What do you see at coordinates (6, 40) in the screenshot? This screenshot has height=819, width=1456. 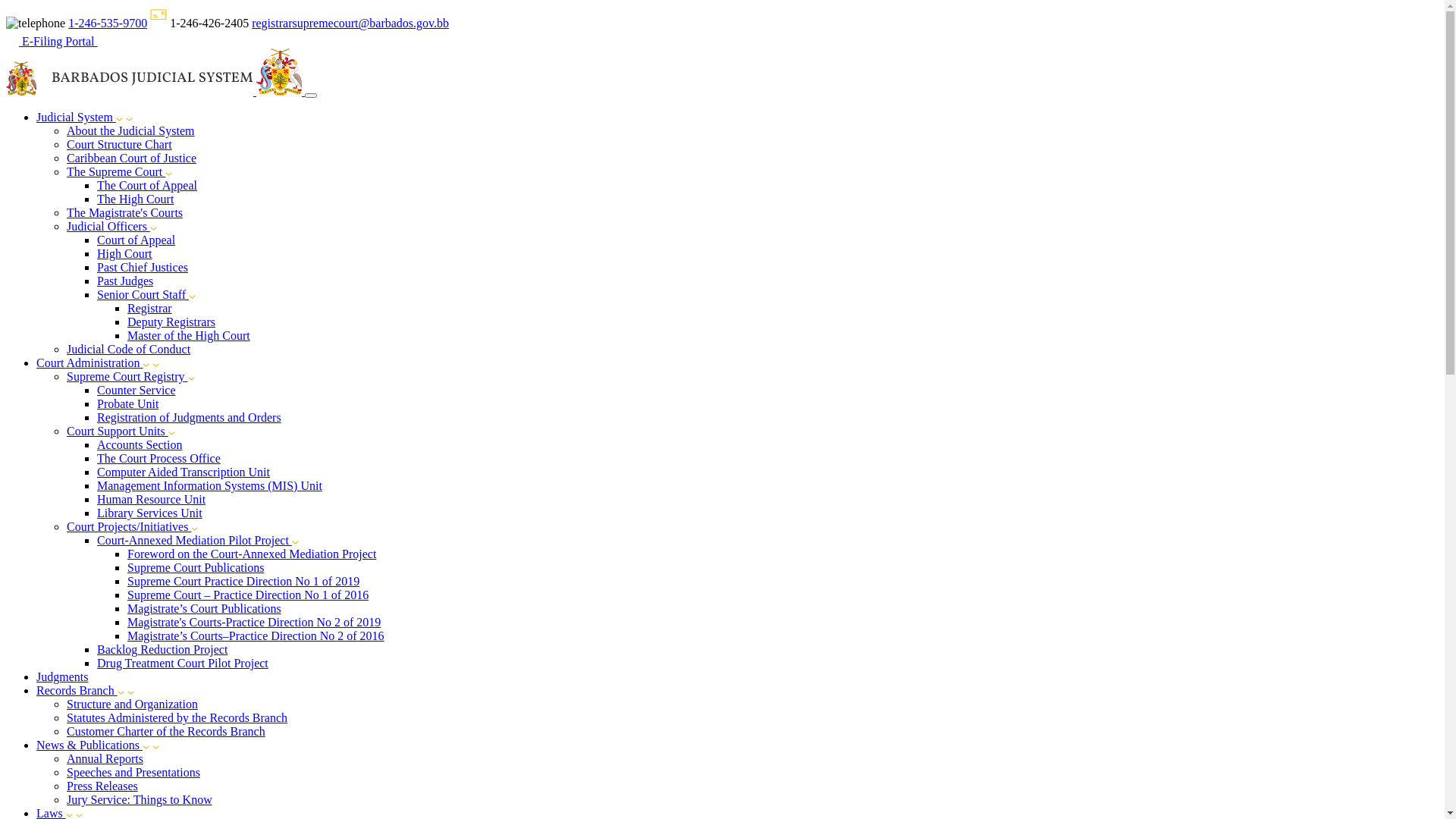 I see `'E-Filing Portal'` at bounding box center [6, 40].